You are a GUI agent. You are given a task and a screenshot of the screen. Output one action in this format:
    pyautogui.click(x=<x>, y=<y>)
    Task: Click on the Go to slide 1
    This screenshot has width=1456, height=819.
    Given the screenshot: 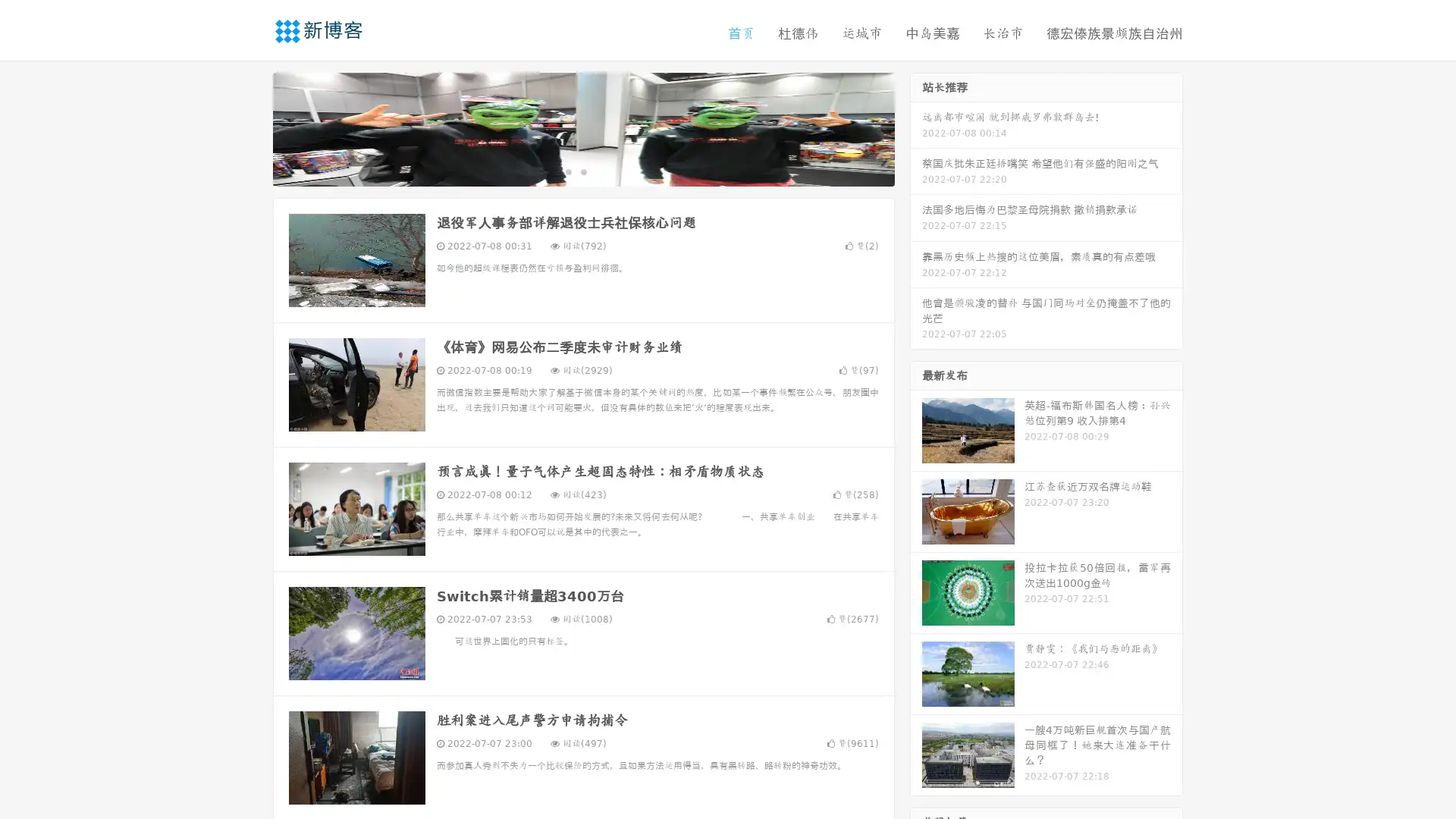 What is the action you would take?
    pyautogui.click(x=567, y=171)
    